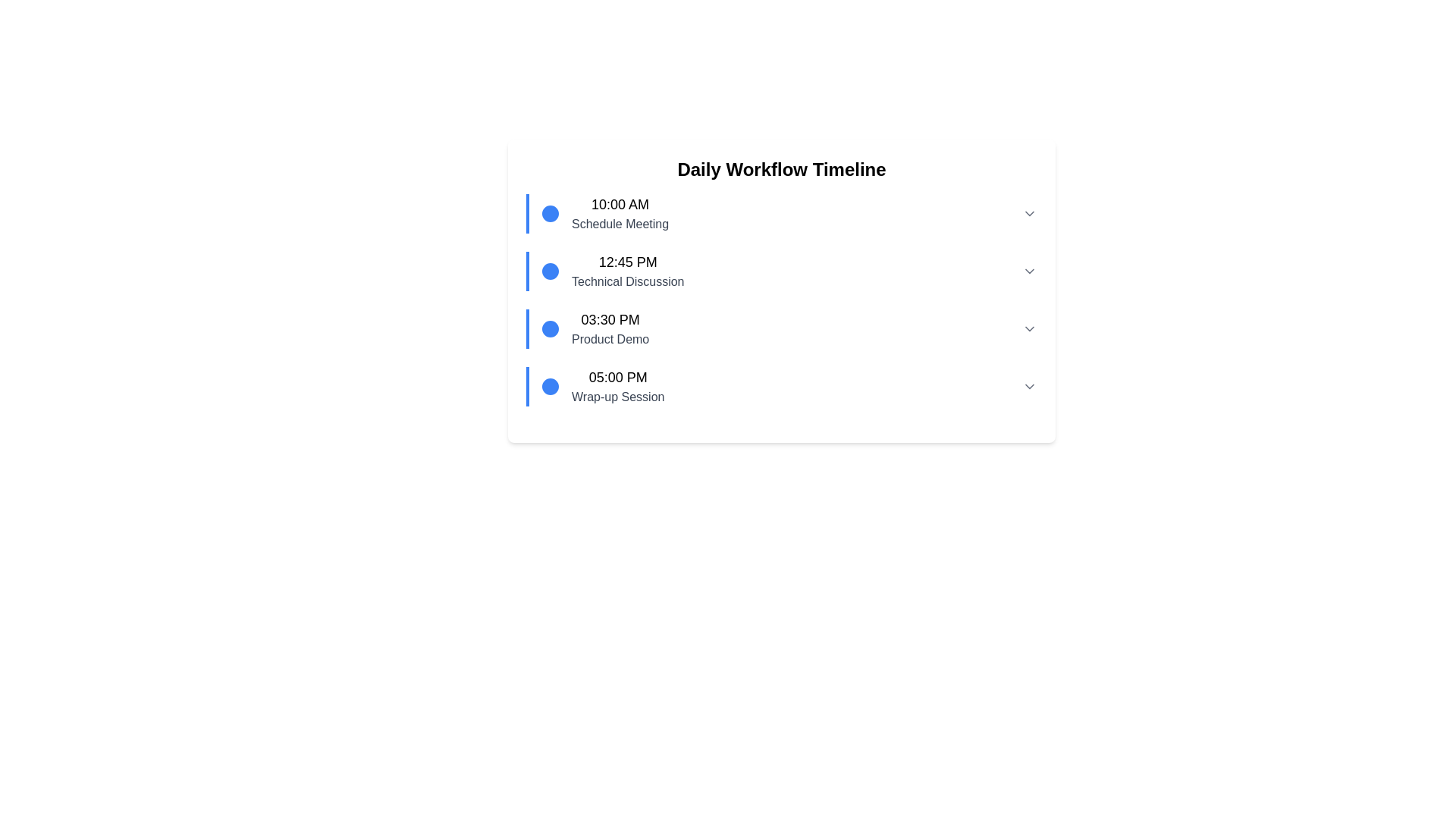  Describe the element at coordinates (1030, 328) in the screenshot. I see `the toggle button located on the far-right side of the '03:30 PM Product Demo' timeline entry` at that location.